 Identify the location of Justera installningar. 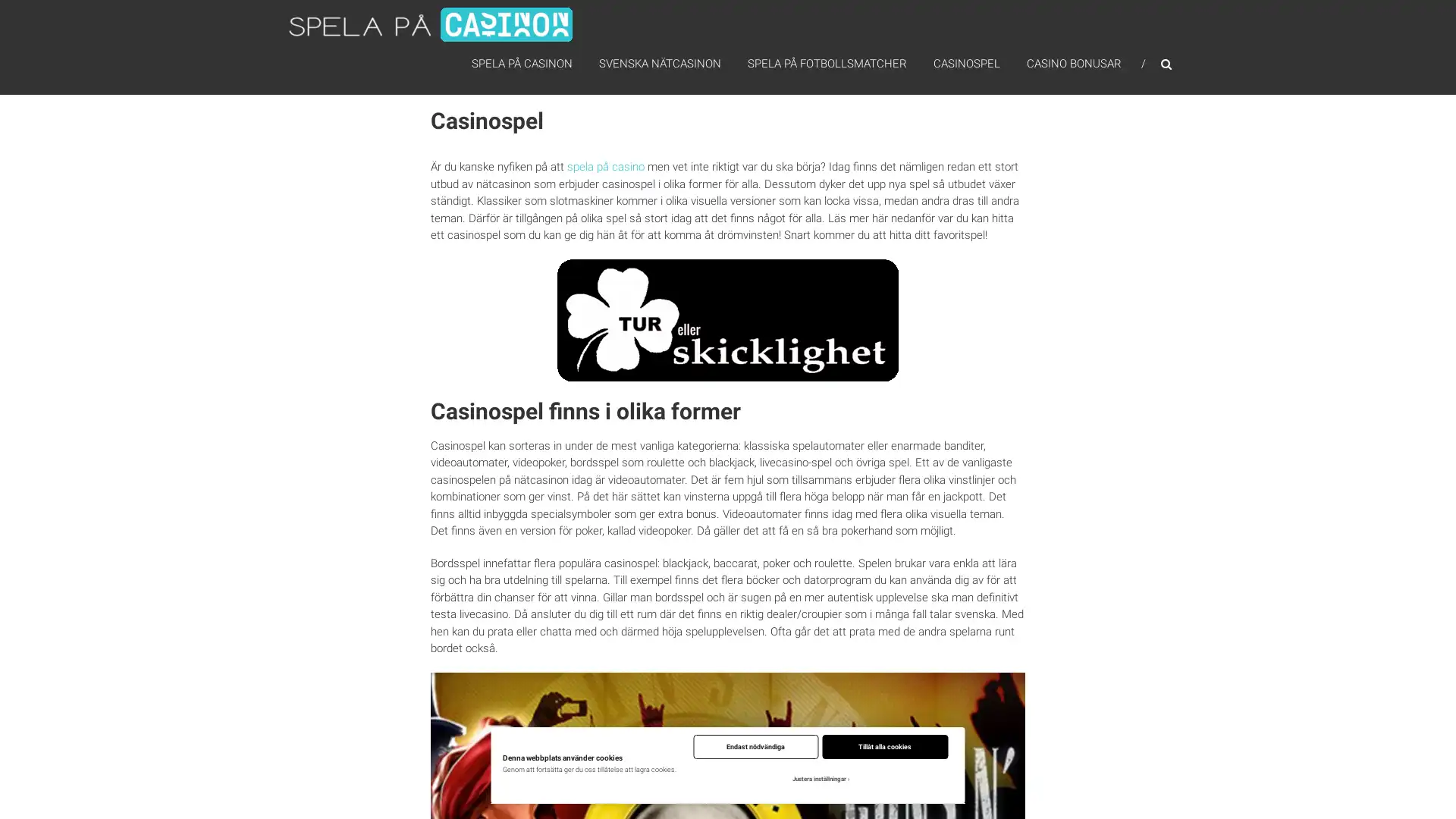
(819, 779).